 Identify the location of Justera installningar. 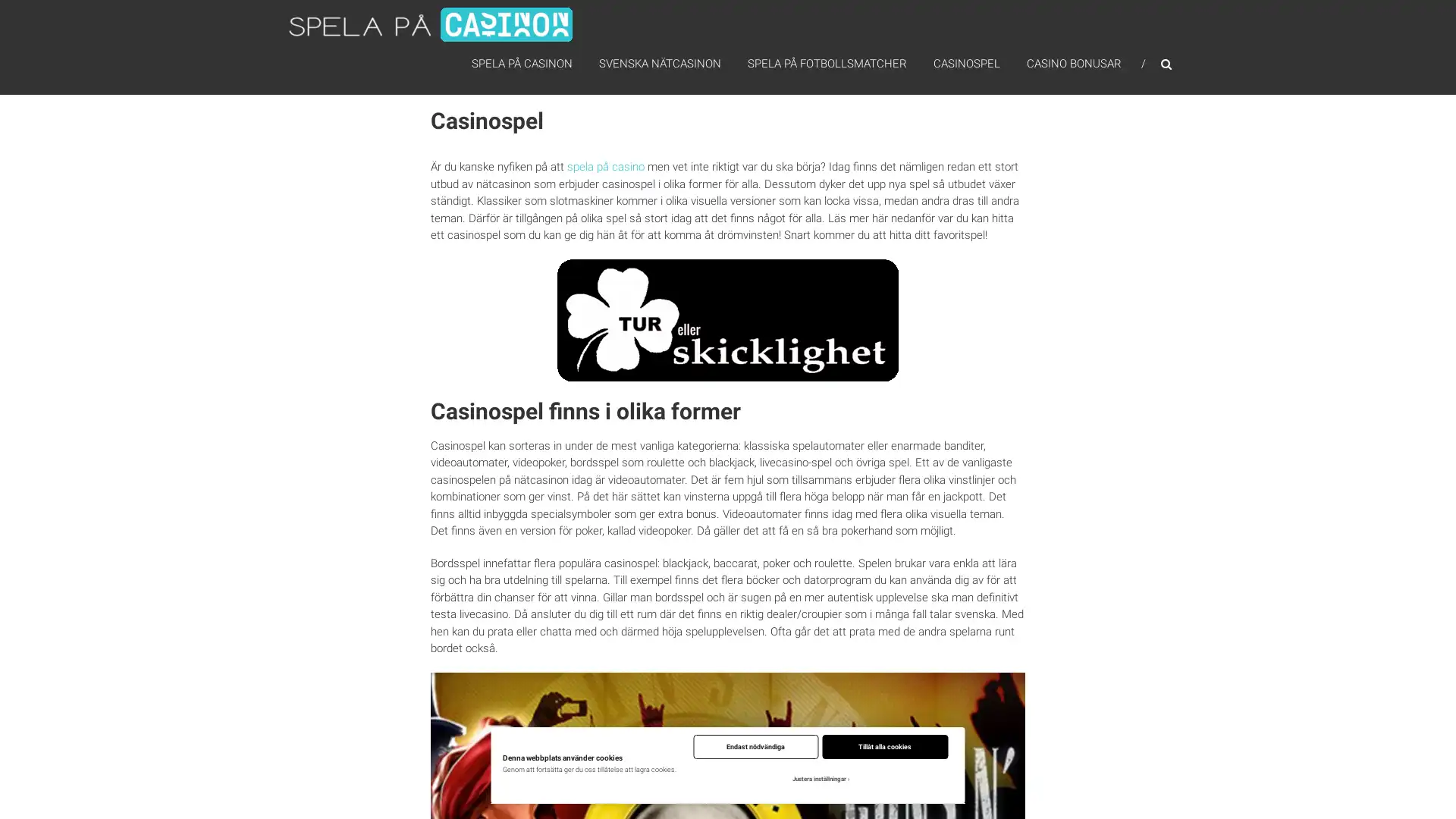
(819, 779).